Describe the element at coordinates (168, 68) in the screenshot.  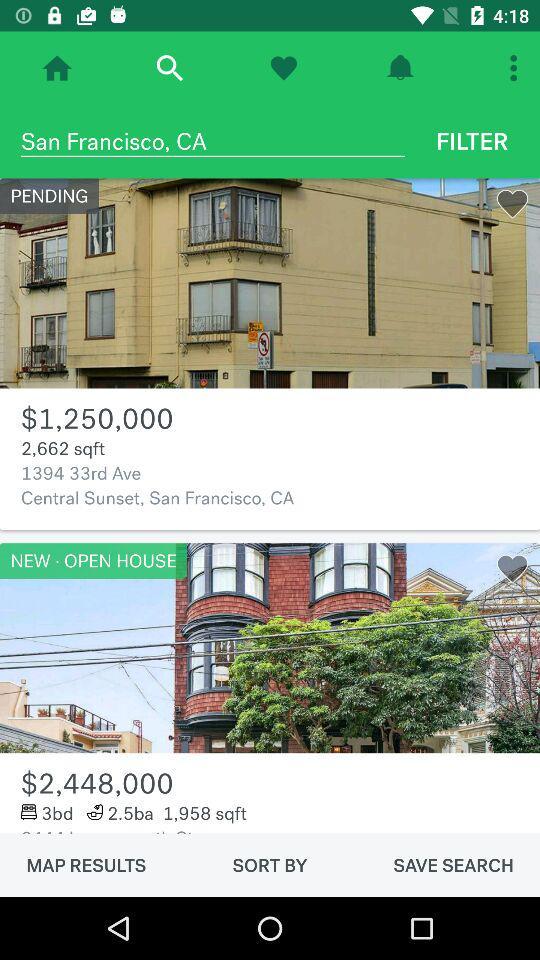
I see `search item` at that location.